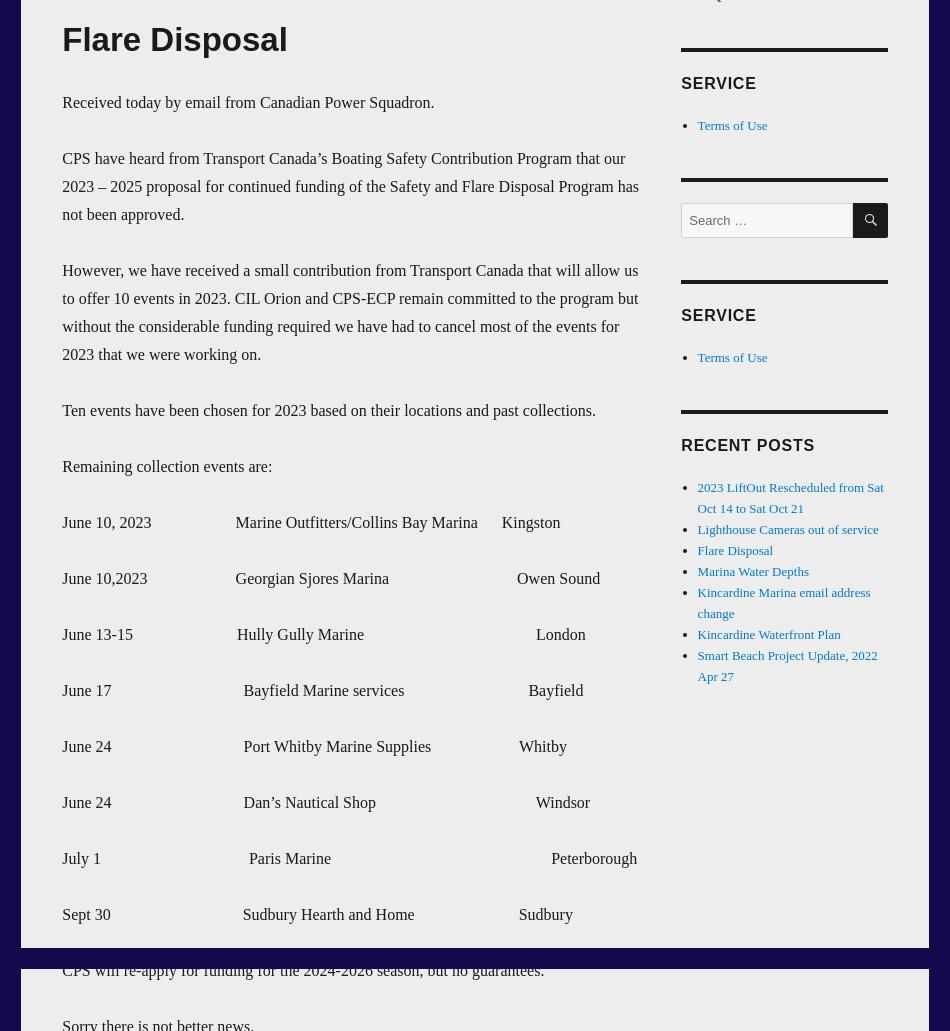 This screenshot has width=950, height=1031. Describe the element at coordinates (310, 521) in the screenshot. I see `'June 10, 2023                     Marine Outfitters/Collins Bay Marina      Kingston'` at that location.